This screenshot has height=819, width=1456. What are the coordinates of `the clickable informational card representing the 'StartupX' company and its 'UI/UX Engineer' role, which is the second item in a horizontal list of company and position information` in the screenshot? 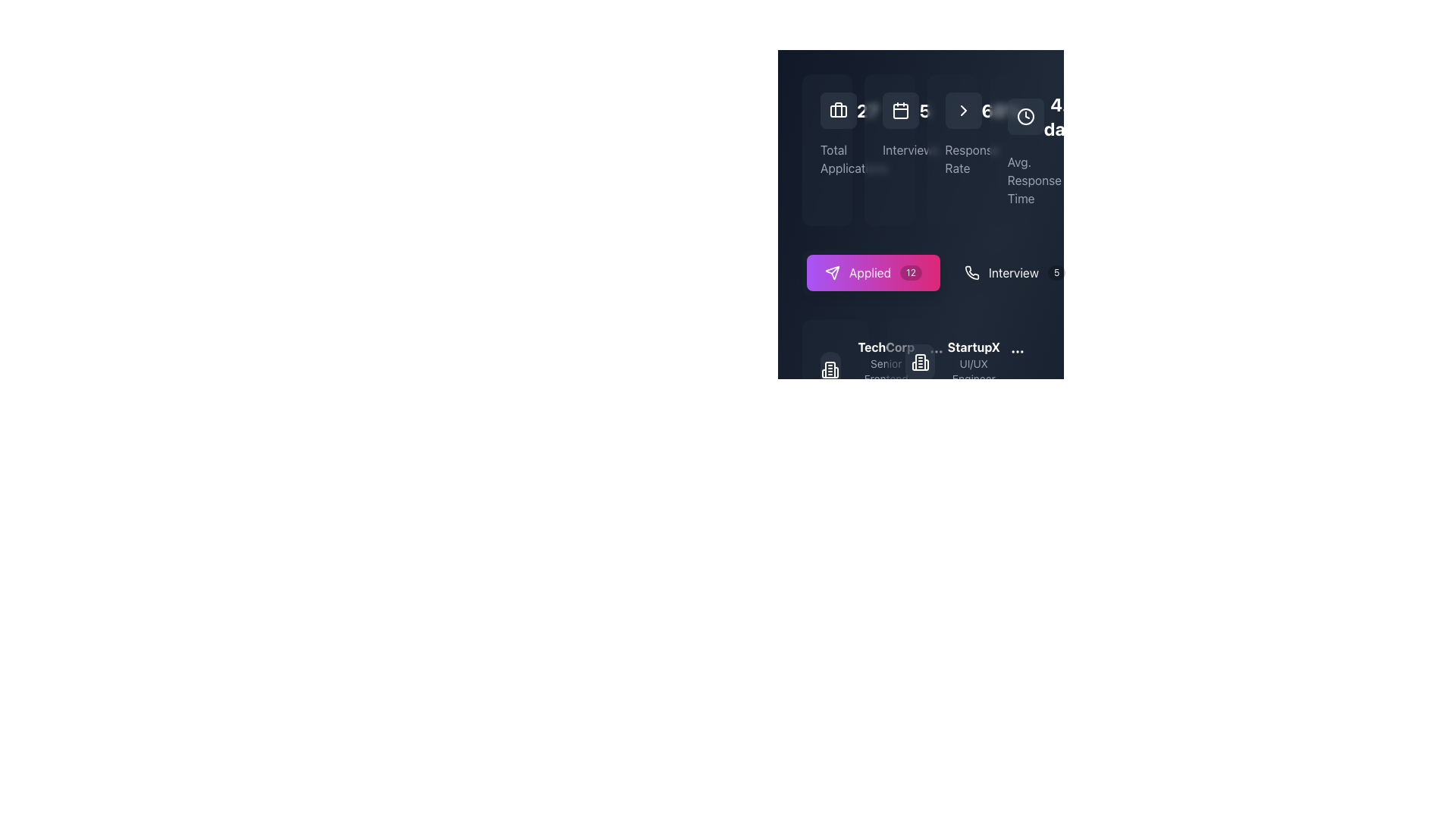 It's located at (974, 362).